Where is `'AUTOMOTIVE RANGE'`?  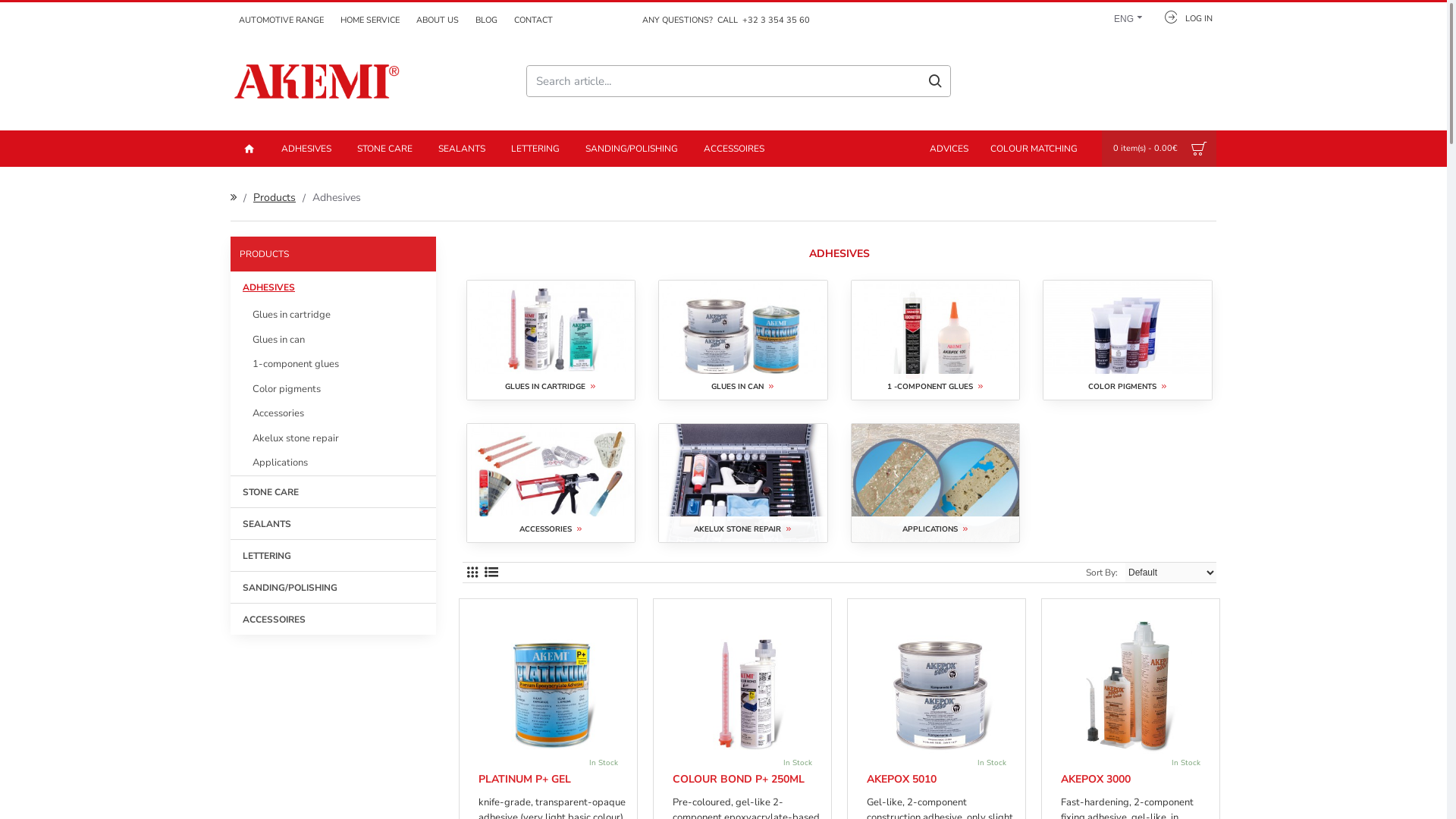
'AUTOMOTIVE RANGE' is located at coordinates (281, 20).